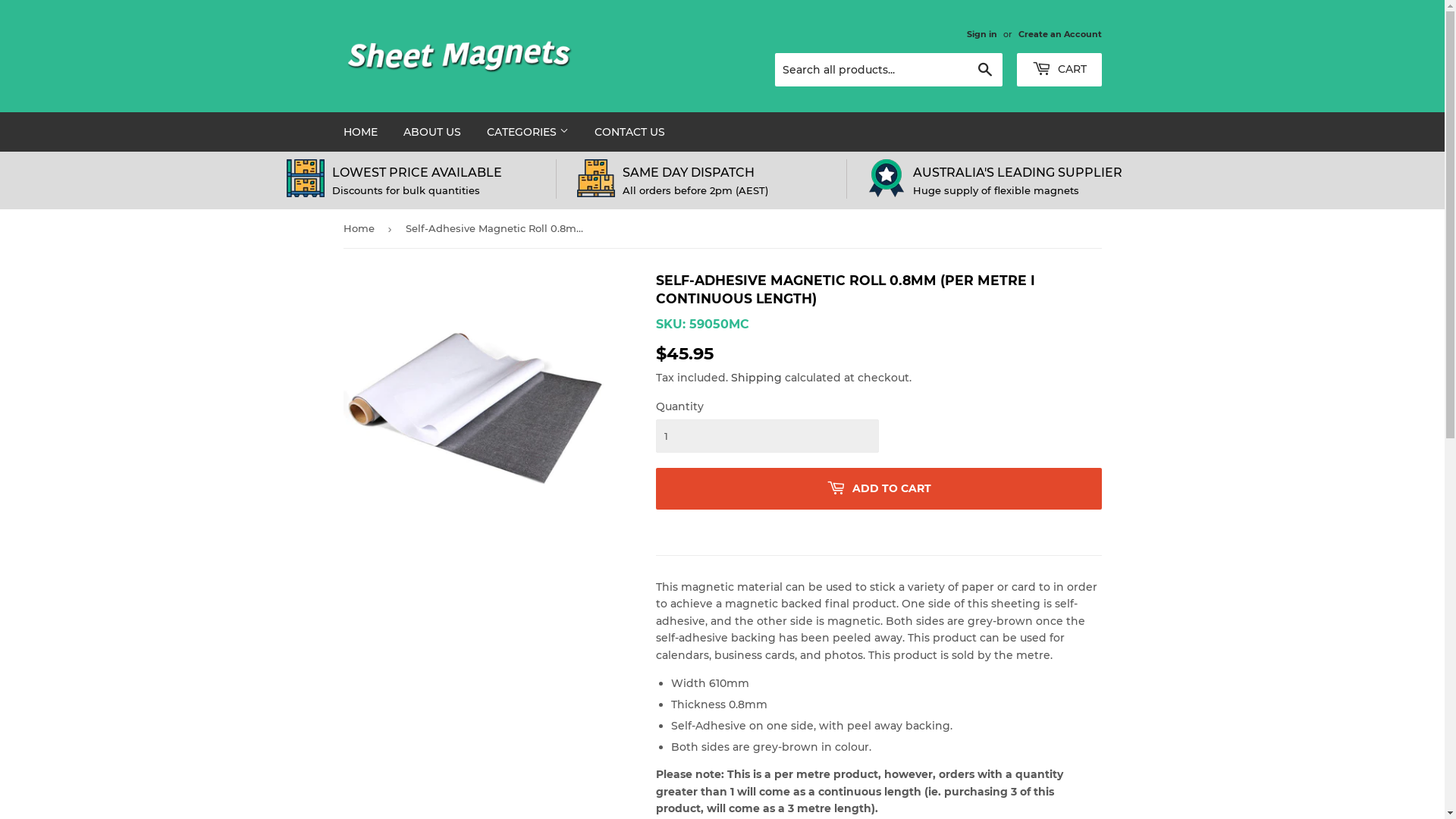 The width and height of the screenshot is (1456, 819). What do you see at coordinates (359, 228) in the screenshot?
I see `'Home'` at bounding box center [359, 228].